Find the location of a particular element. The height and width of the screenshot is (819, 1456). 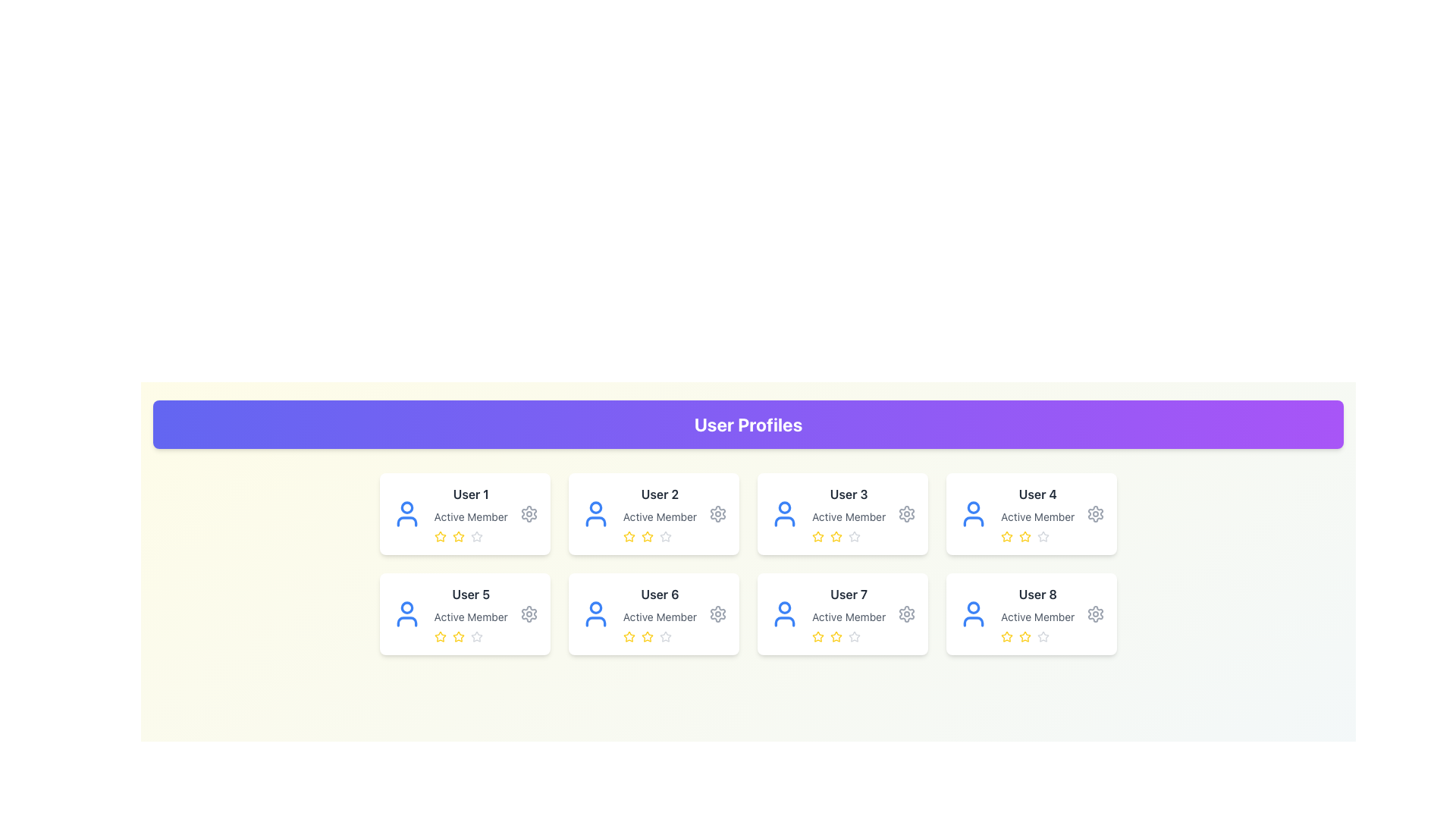

the first yellow star-shaped rating icon in the user card component located in the upper-left corner of the grid is located at coordinates (439, 536).